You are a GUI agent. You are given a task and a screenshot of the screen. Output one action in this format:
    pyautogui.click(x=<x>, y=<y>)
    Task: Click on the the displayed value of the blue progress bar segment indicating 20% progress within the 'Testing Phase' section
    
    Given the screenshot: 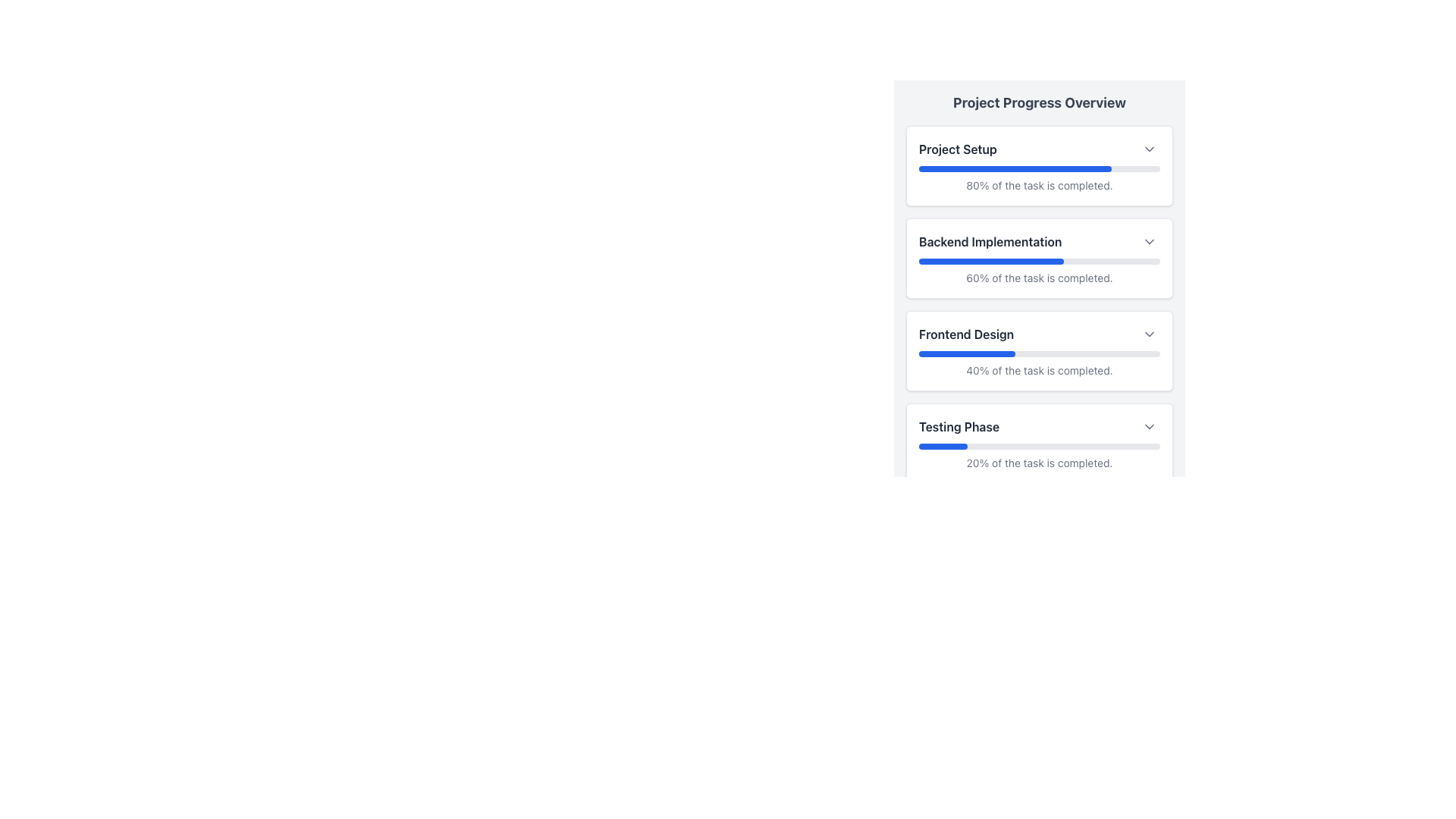 What is the action you would take?
    pyautogui.click(x=942, y=446)
    